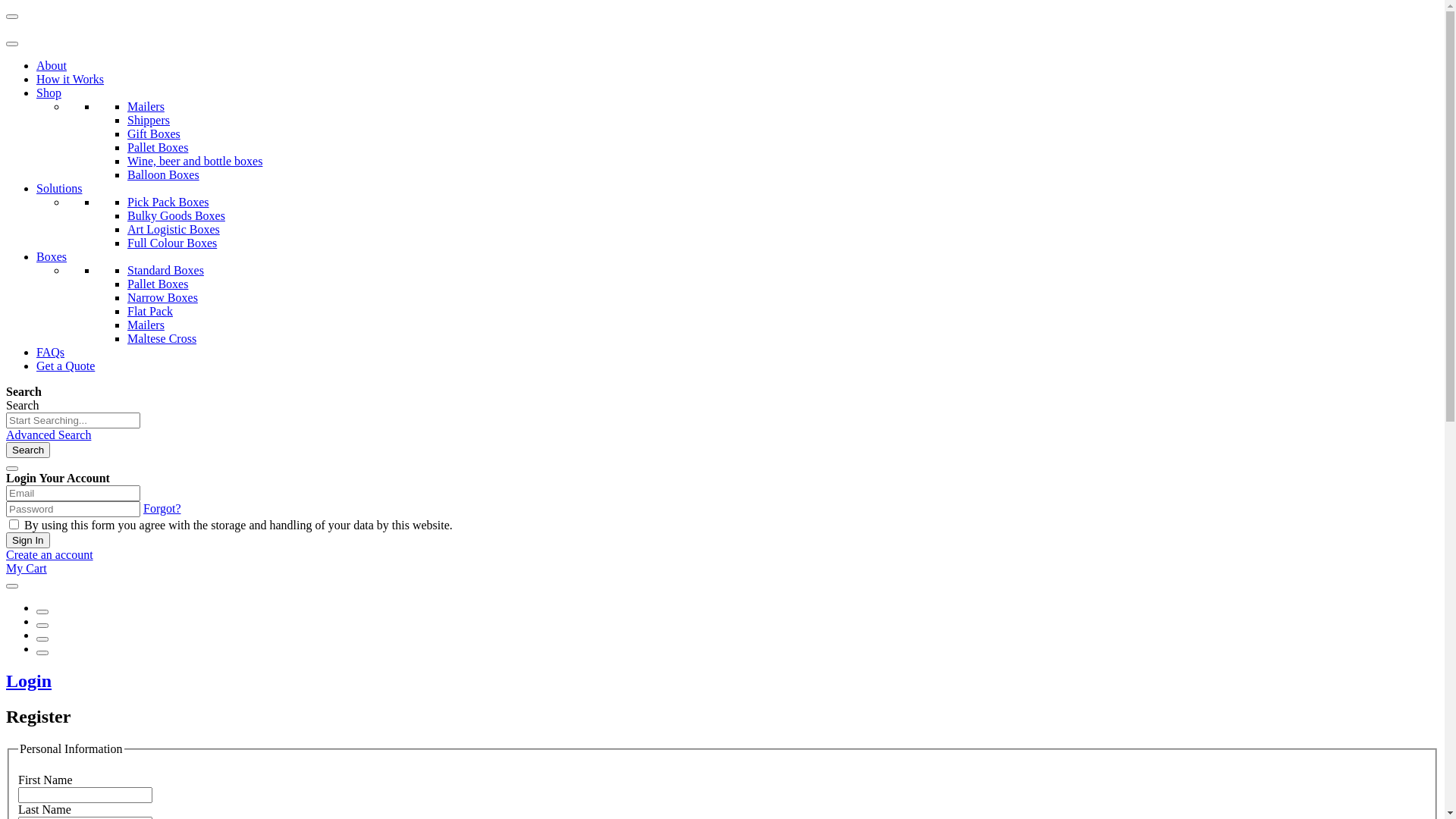 The height and width of the screenshot is (819, 1456). What do you see at coordinates (165, 269) in the screenshot?
I see `'Standard Boxes'` at bounding box center [165, 269].